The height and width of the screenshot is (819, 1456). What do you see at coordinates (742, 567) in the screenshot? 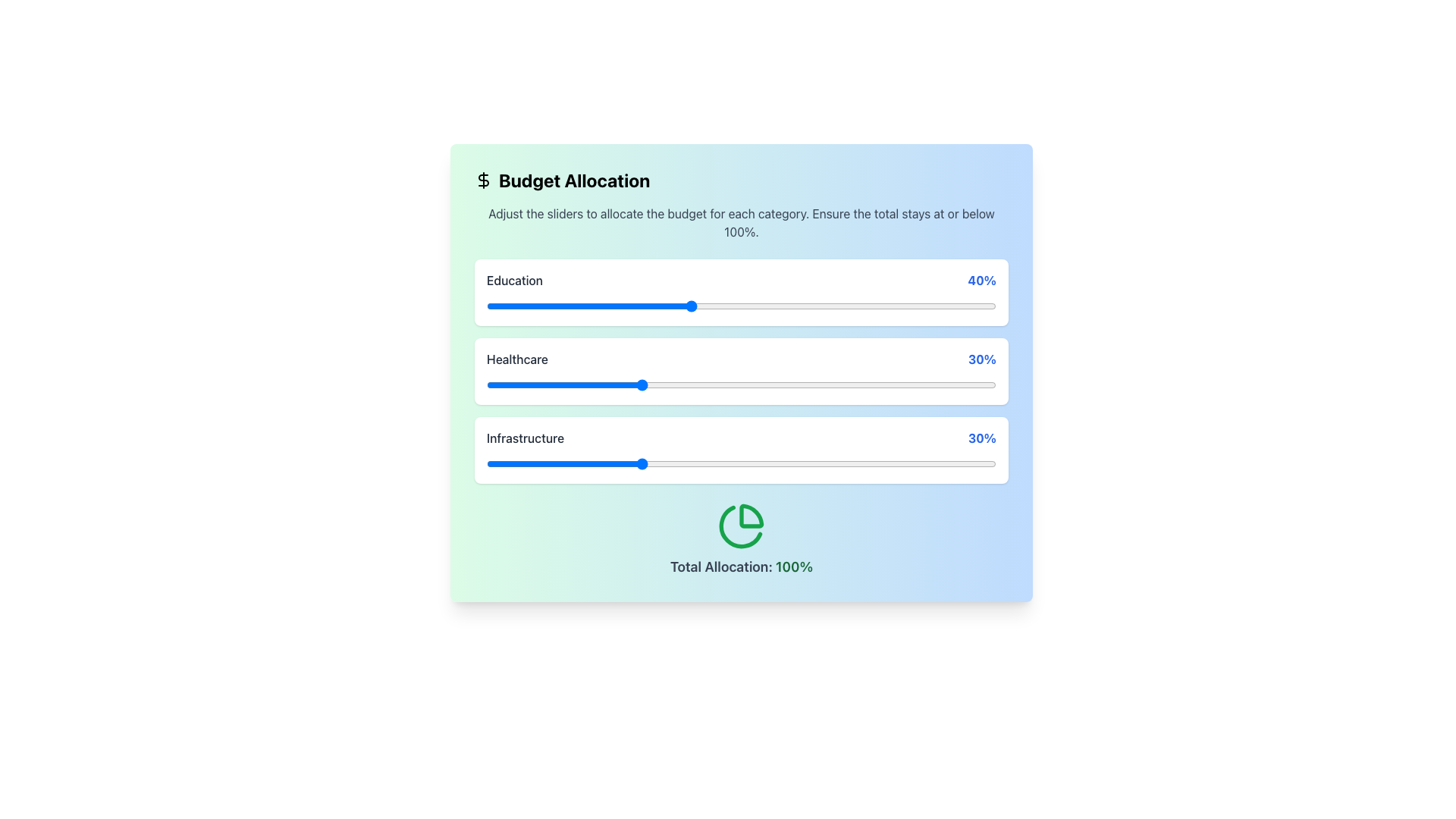
I see `the text label that displays 'Total Allocation:' with the value '100%', which is styled in bold and located below the pie chart icon` at bounding box center [742, 567].